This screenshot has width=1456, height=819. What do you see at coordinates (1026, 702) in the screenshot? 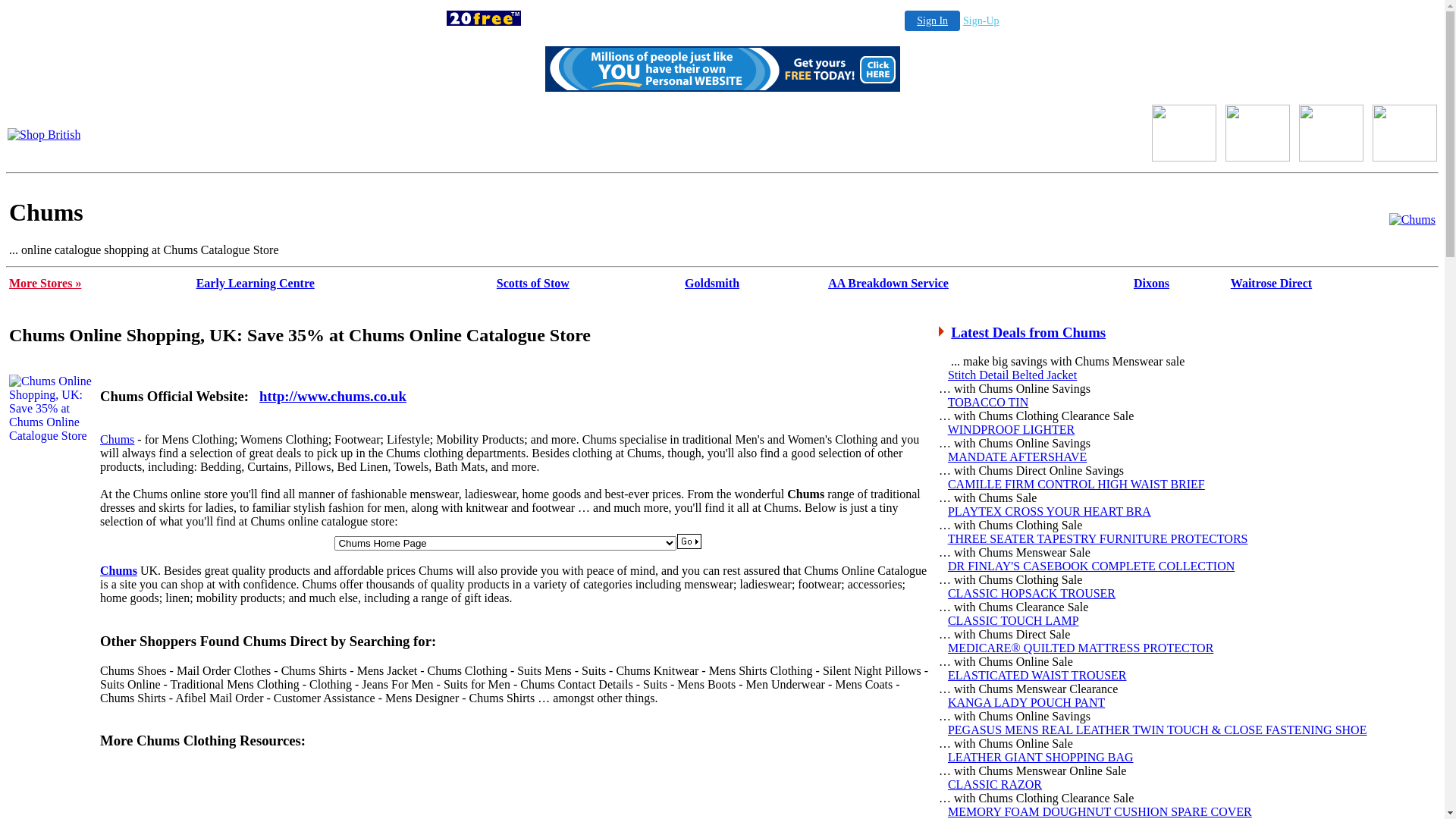
I see `'KANGA LADY POUCH PANT'` at bounding box center [1026, 702].